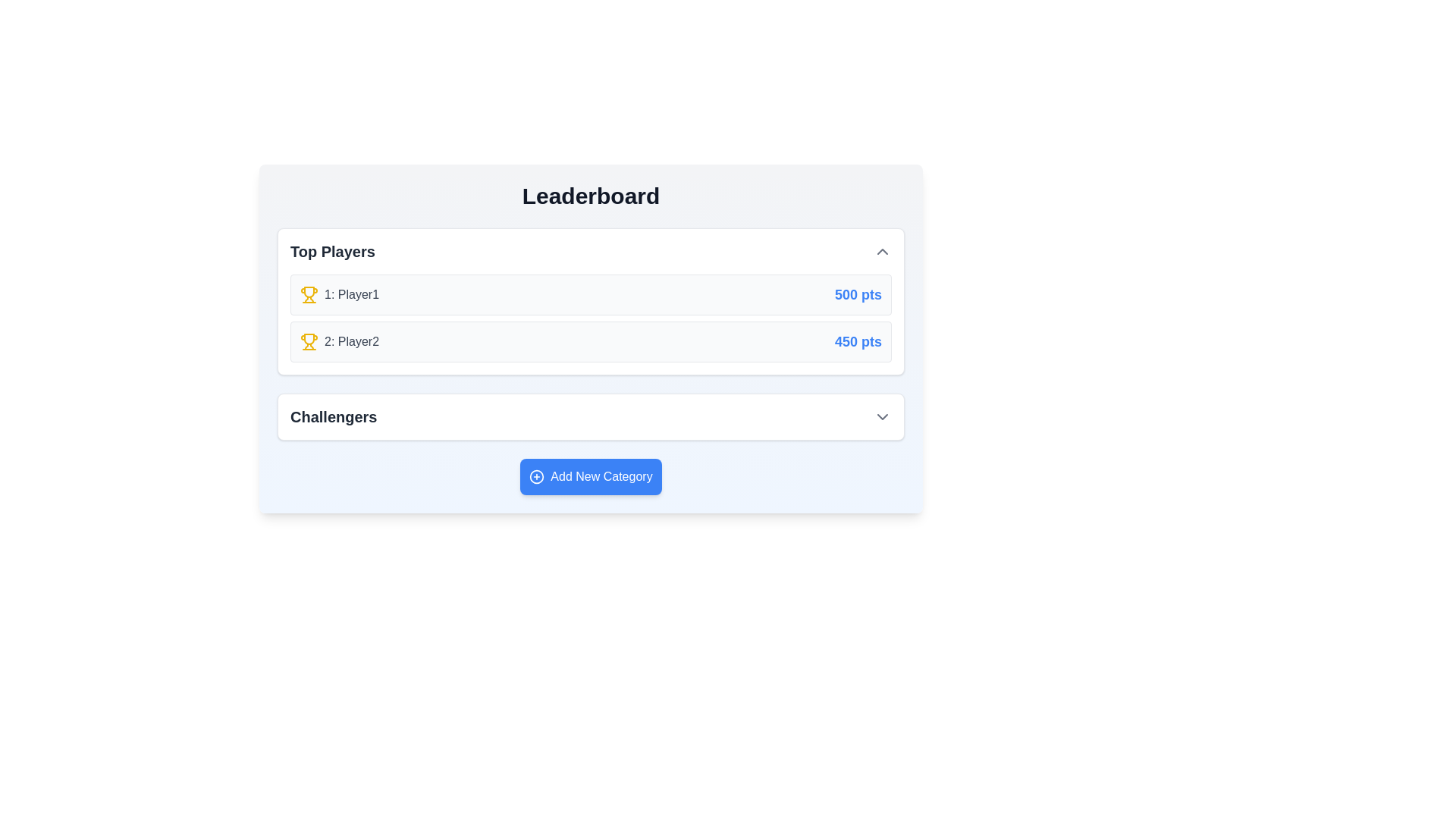  Describe the element at coordinates (309, 338) in the screenshot. I see `the trophy icon segment located to the left of the text 'Player1' in the 'Top Players' section of the leaderboard interface` at that location.